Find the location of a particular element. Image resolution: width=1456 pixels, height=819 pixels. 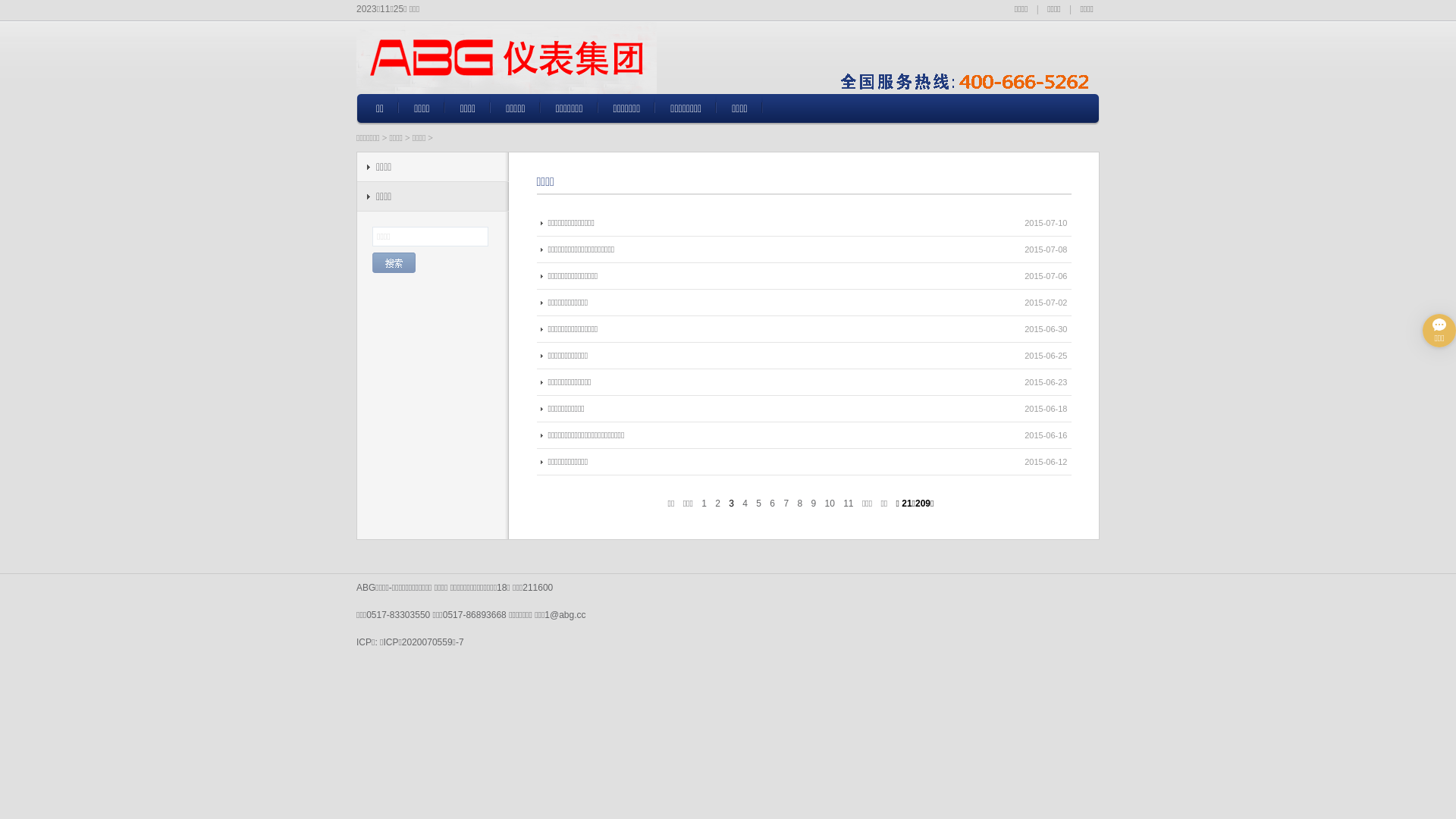

'10' is located at coordinates (823, 503).